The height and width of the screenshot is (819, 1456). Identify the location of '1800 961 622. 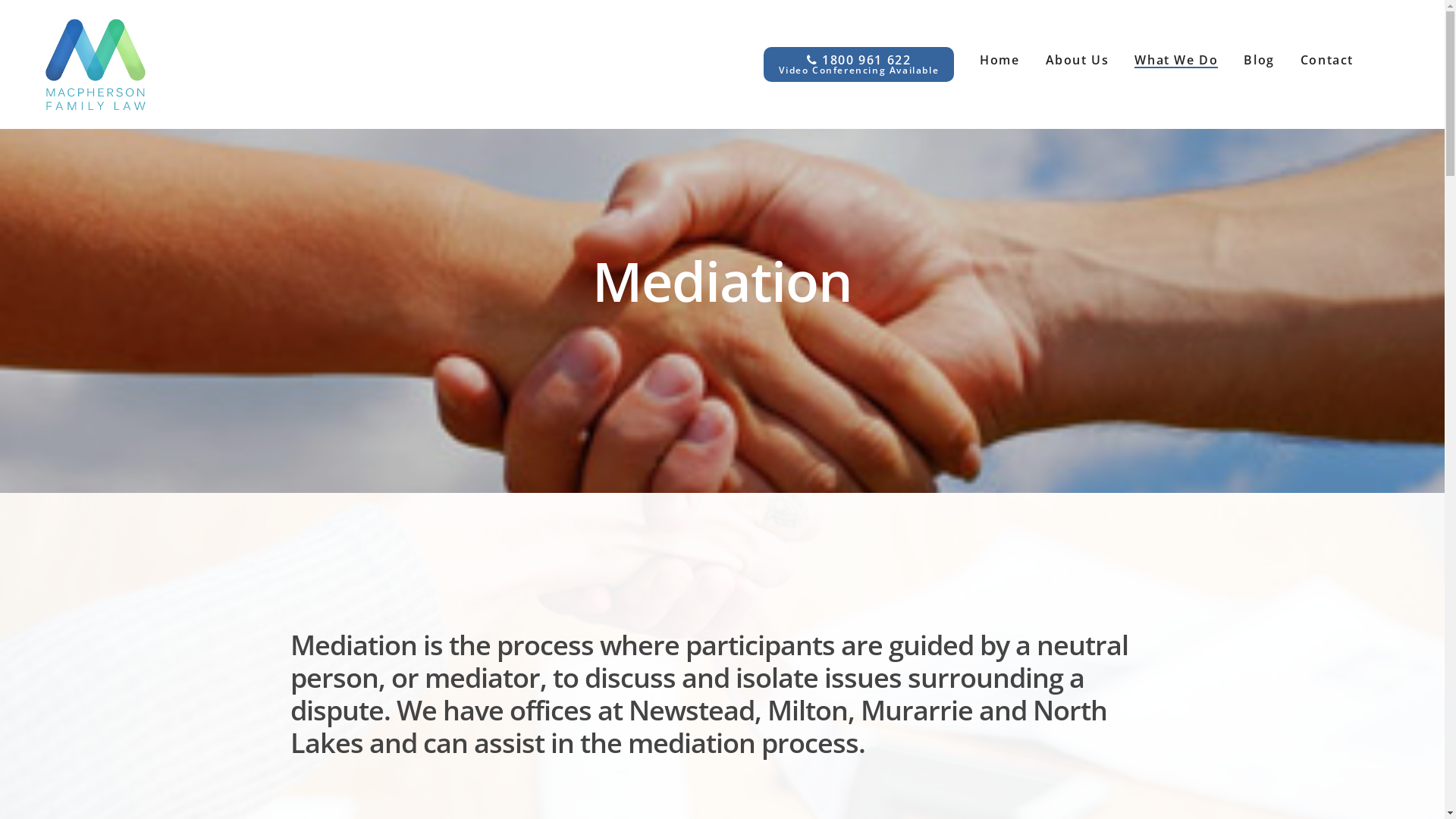
(858, 63).